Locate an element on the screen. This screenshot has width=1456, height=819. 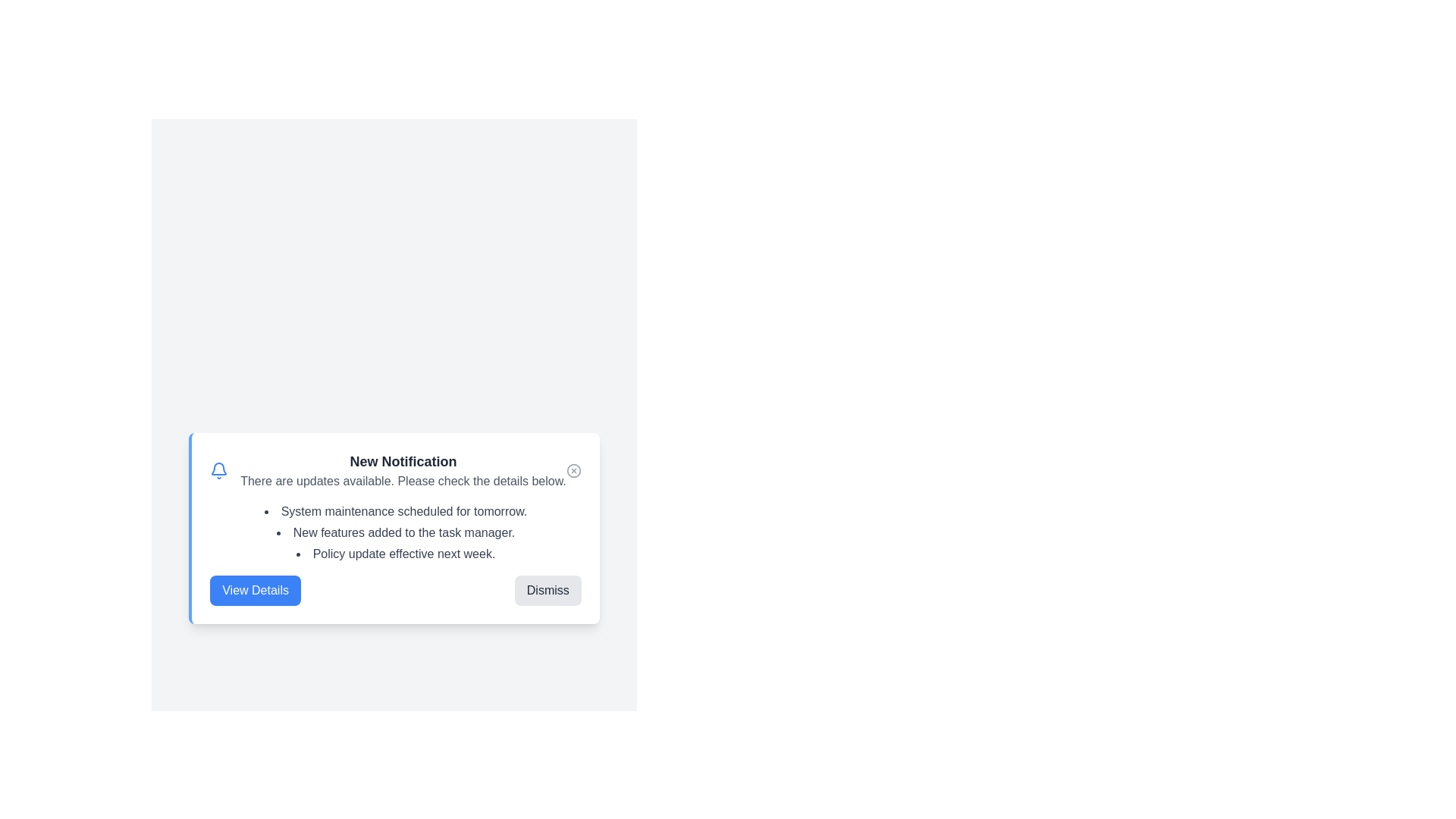
the 'Bell' icon to explore its functionality is located at coordinates (218, 470).